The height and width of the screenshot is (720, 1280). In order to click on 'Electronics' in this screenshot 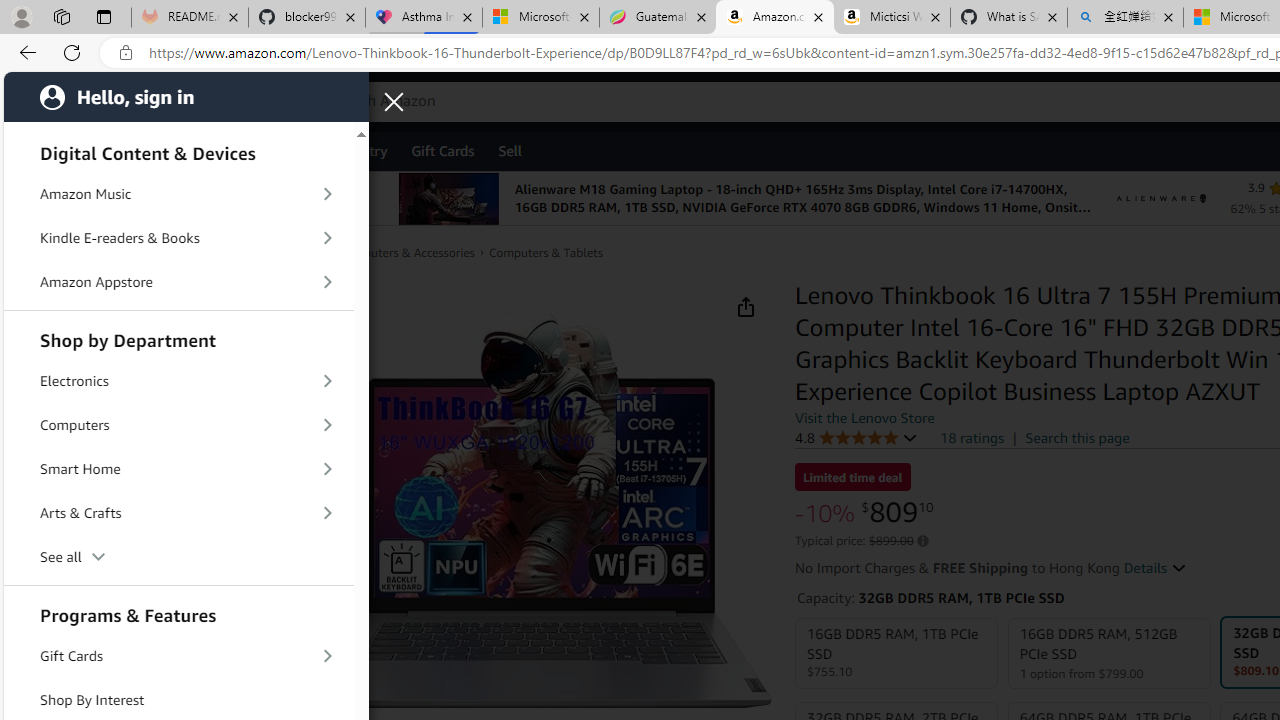, I will do `click(179, 381)`.